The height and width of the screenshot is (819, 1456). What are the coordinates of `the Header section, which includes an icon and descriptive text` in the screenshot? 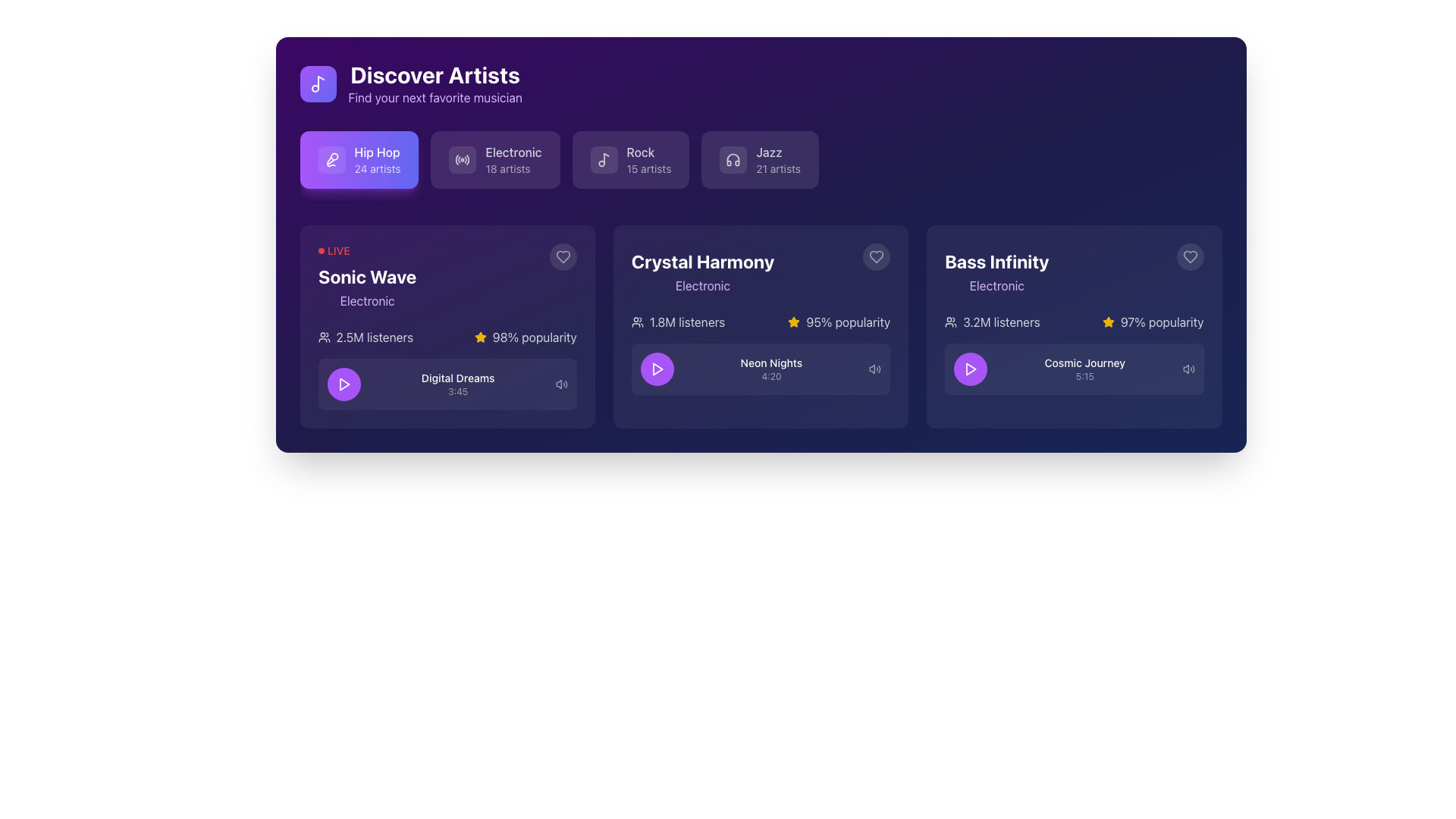 It's located at (411, 84).